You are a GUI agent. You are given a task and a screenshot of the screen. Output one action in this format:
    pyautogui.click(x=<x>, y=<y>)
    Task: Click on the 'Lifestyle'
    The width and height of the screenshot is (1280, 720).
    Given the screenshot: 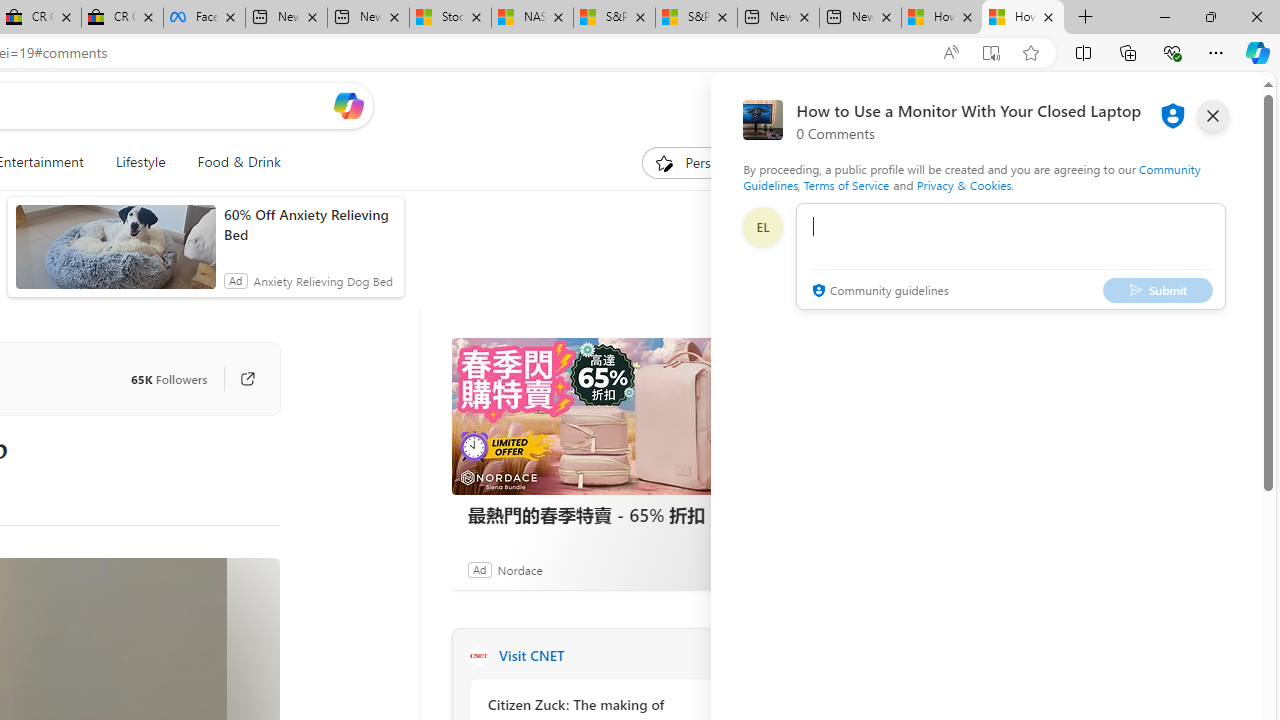 What is the action you would take?
    pyautogui.click(x=139, y=162)
    